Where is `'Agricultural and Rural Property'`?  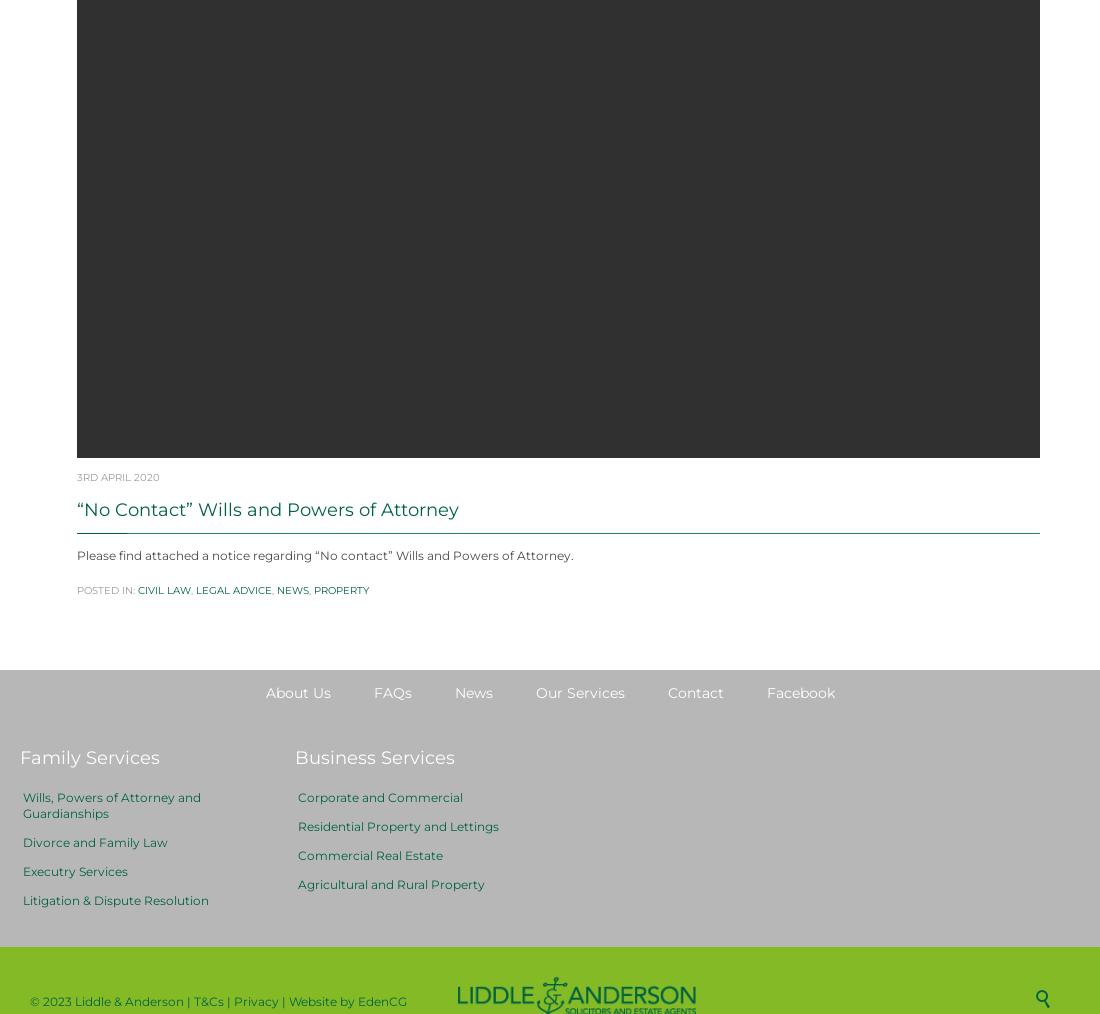 'Agricultural and Rural Property' is located at coordinates (391, 932).